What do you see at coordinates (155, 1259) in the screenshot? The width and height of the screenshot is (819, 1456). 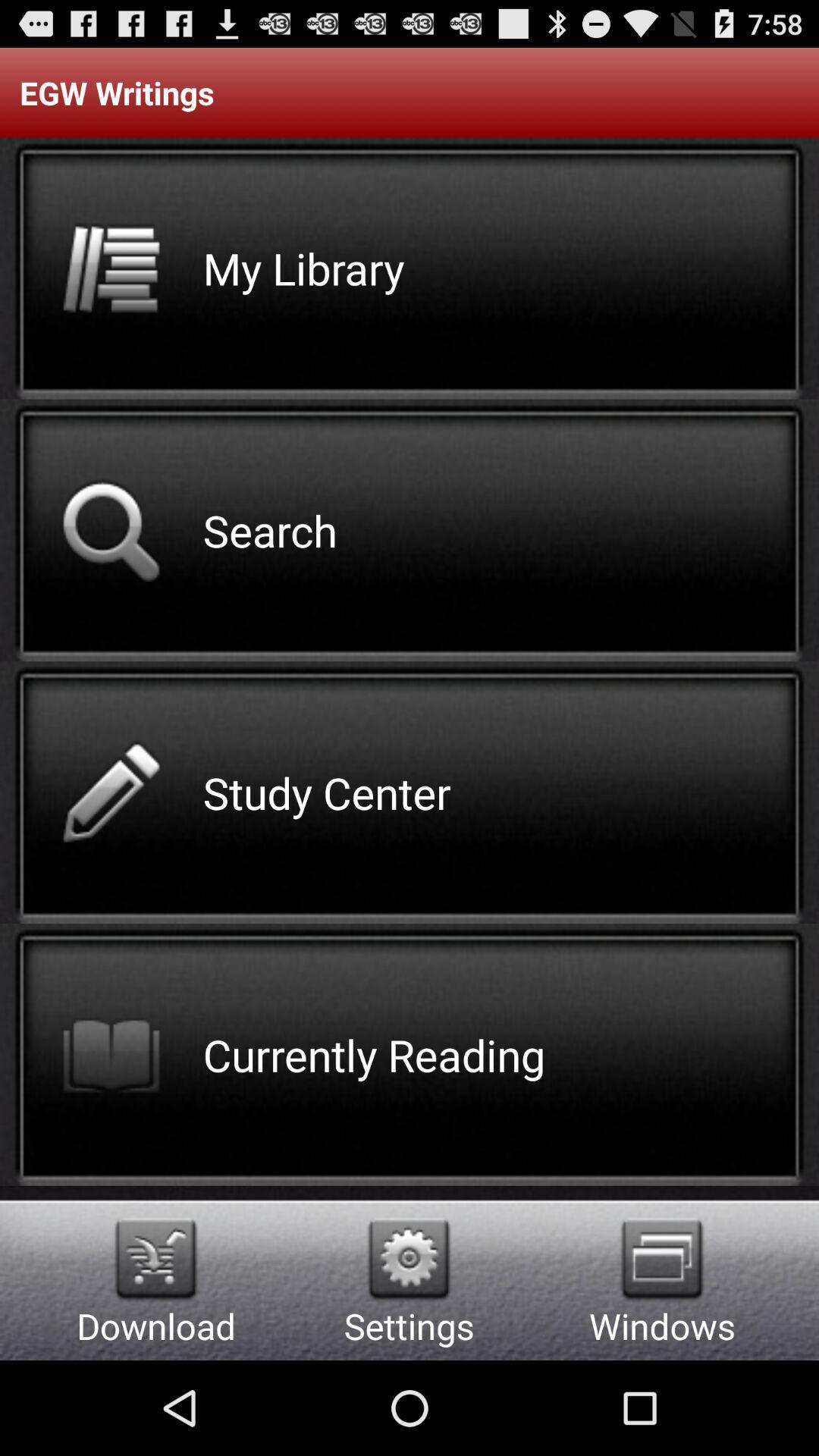 I see `icon next to the settings app` at bounding box center [155, 1259].